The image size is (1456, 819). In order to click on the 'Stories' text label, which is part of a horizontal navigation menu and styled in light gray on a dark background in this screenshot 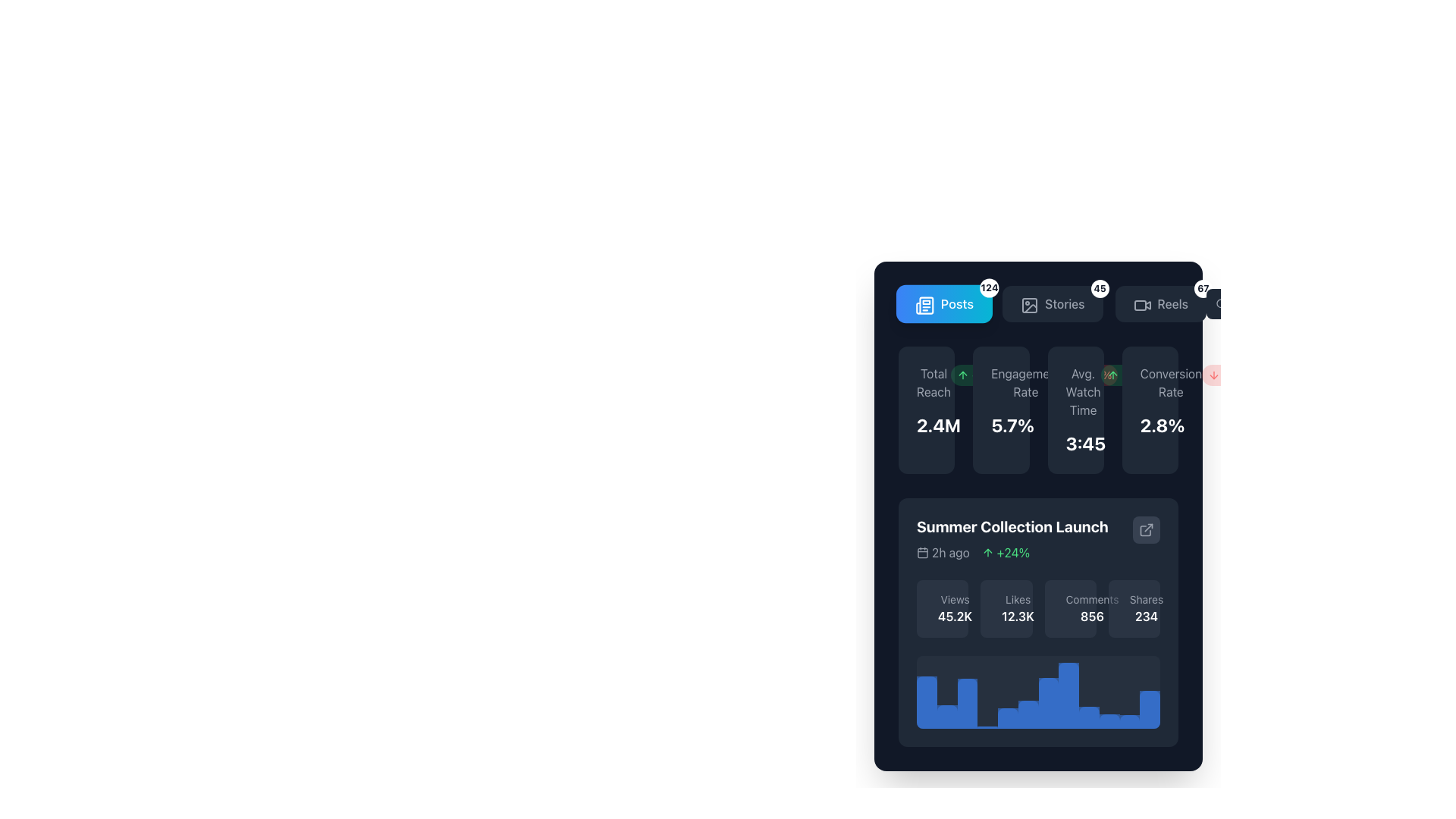, I will do `click(1064, 304)`.